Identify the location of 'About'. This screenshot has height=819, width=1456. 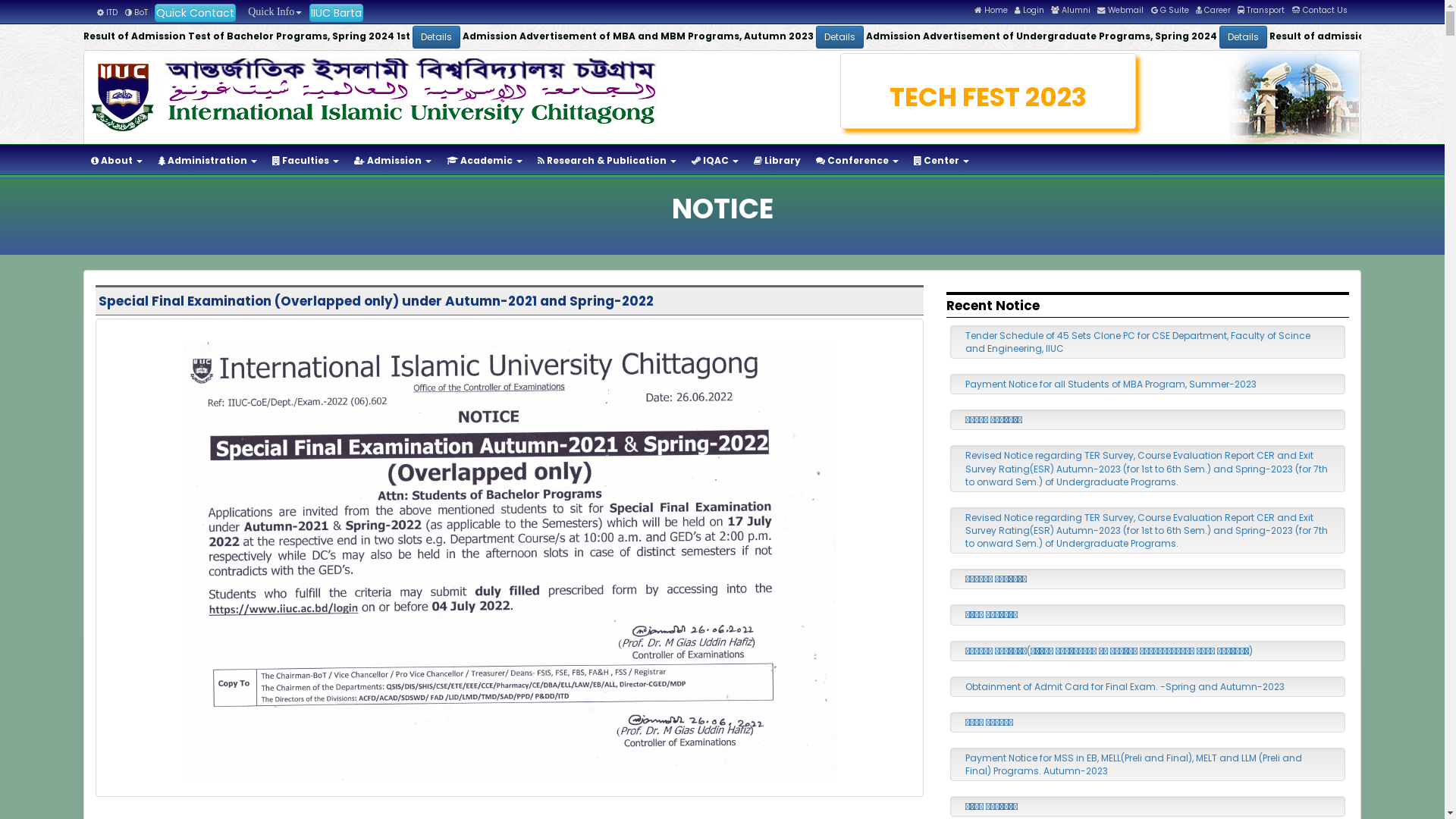
(115, 161).